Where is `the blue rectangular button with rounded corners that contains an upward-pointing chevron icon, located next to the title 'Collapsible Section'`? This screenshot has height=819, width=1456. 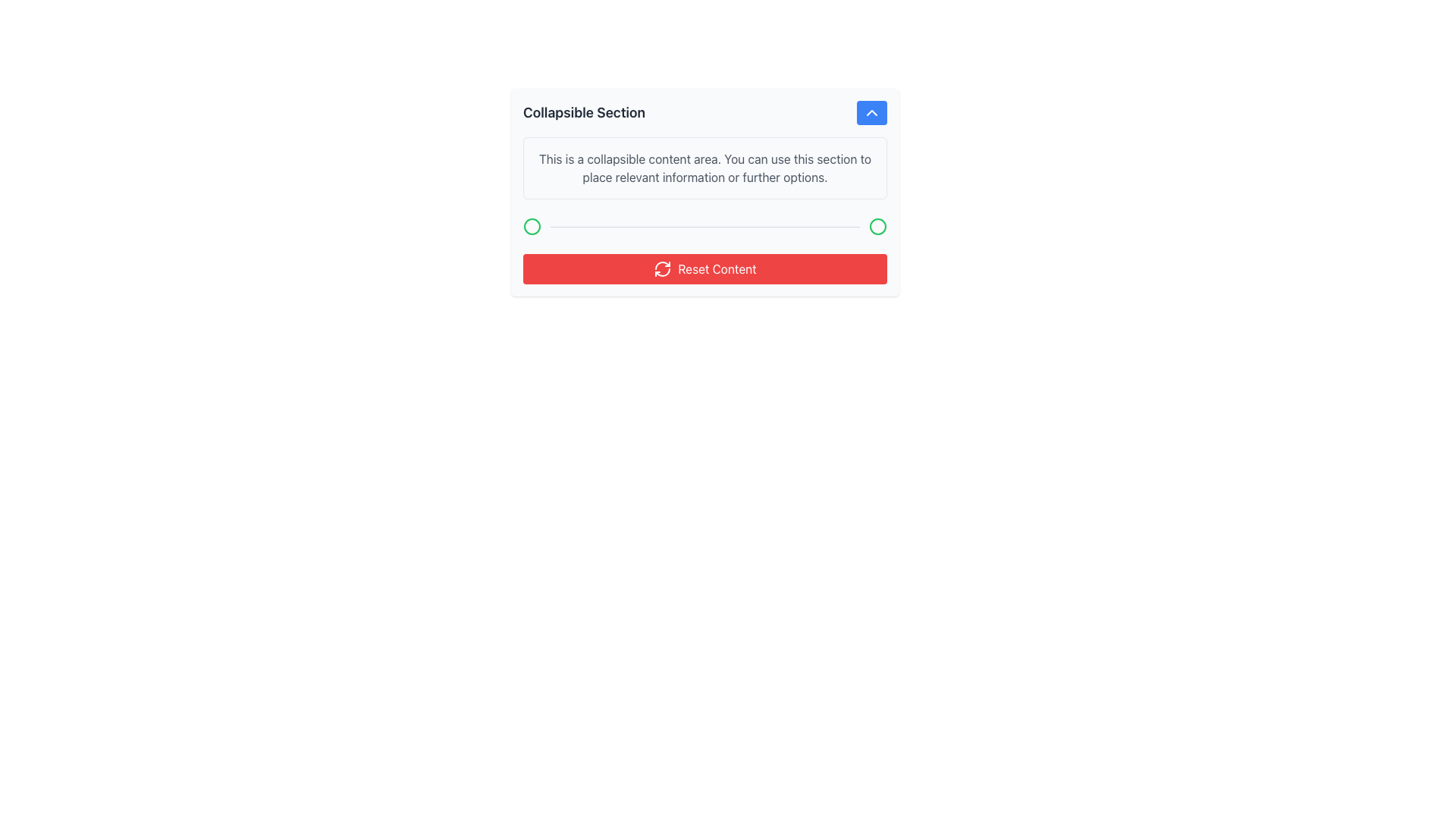 the blue rectangular button with rounded corners that contains an upward-pointing chevron icon, located next to the title 'Collapsible Section' is located at coordinates (872, 112).